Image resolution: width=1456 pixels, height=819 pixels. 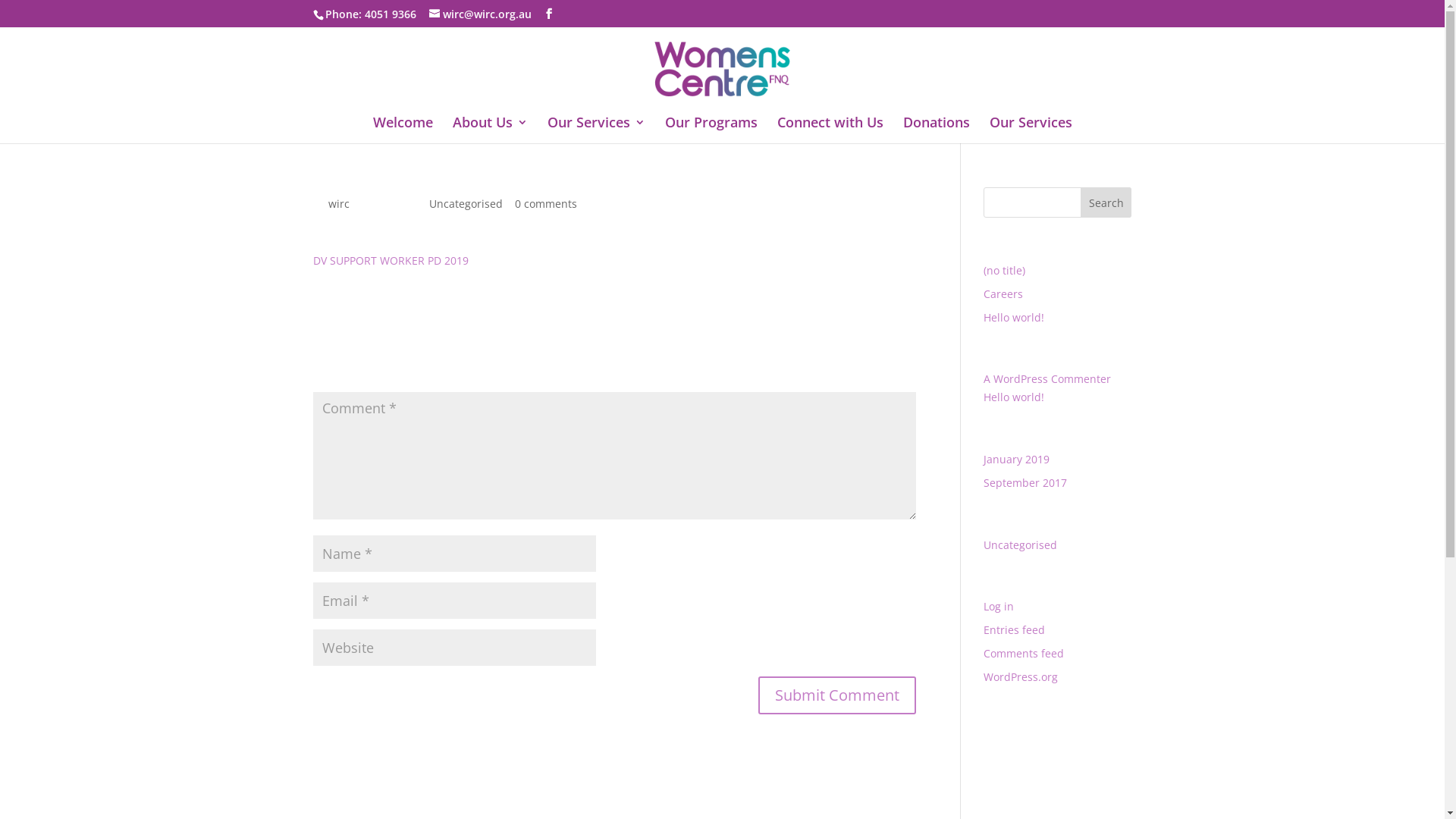 I want to click on 'wirc@wirc.org.au', so click(x=479, y=13).